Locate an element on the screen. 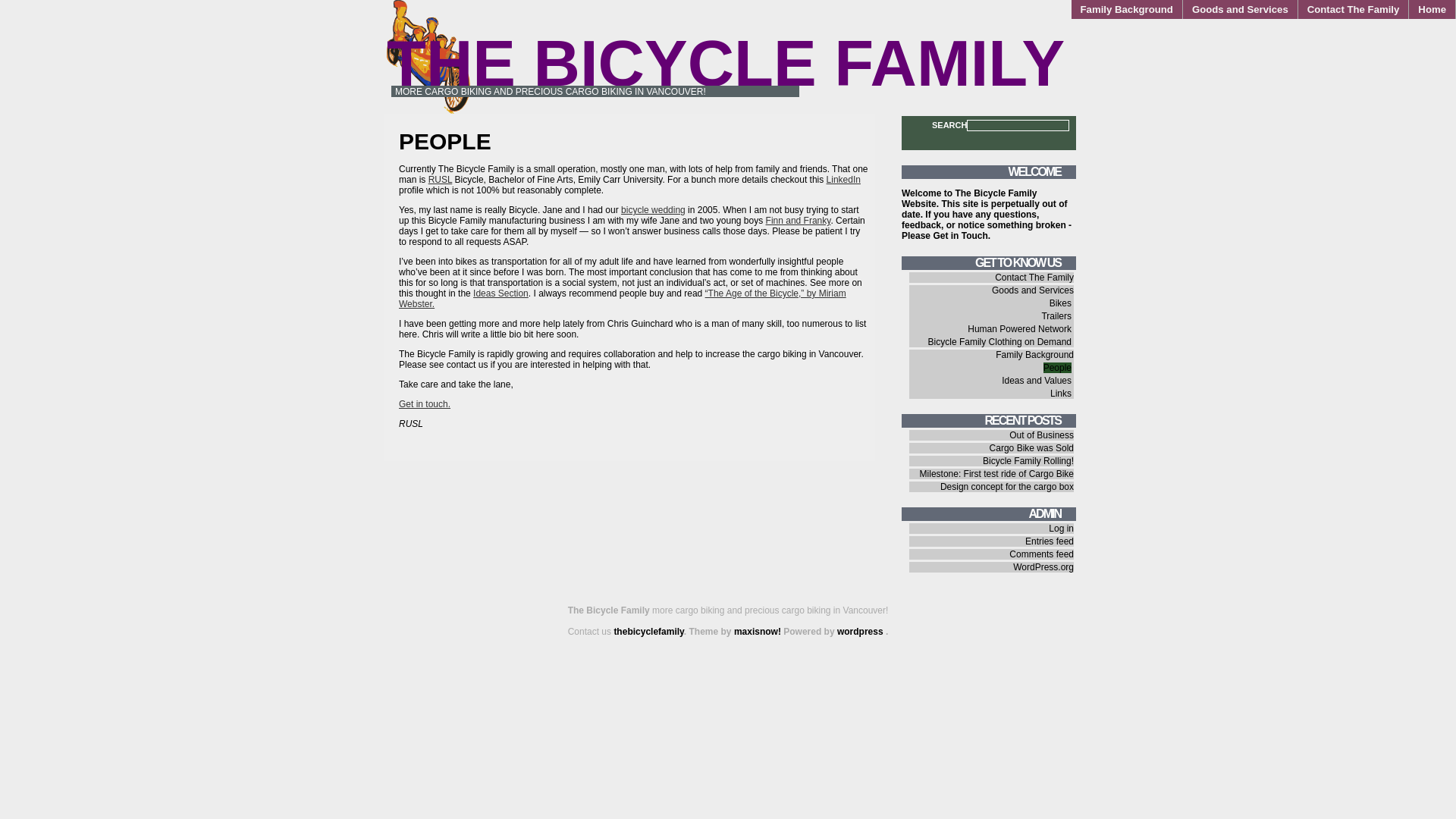 Image resolution: width=1456 pixels, height=819 pixels. 'Goods and Services' is located at coordinates (1032, 290).